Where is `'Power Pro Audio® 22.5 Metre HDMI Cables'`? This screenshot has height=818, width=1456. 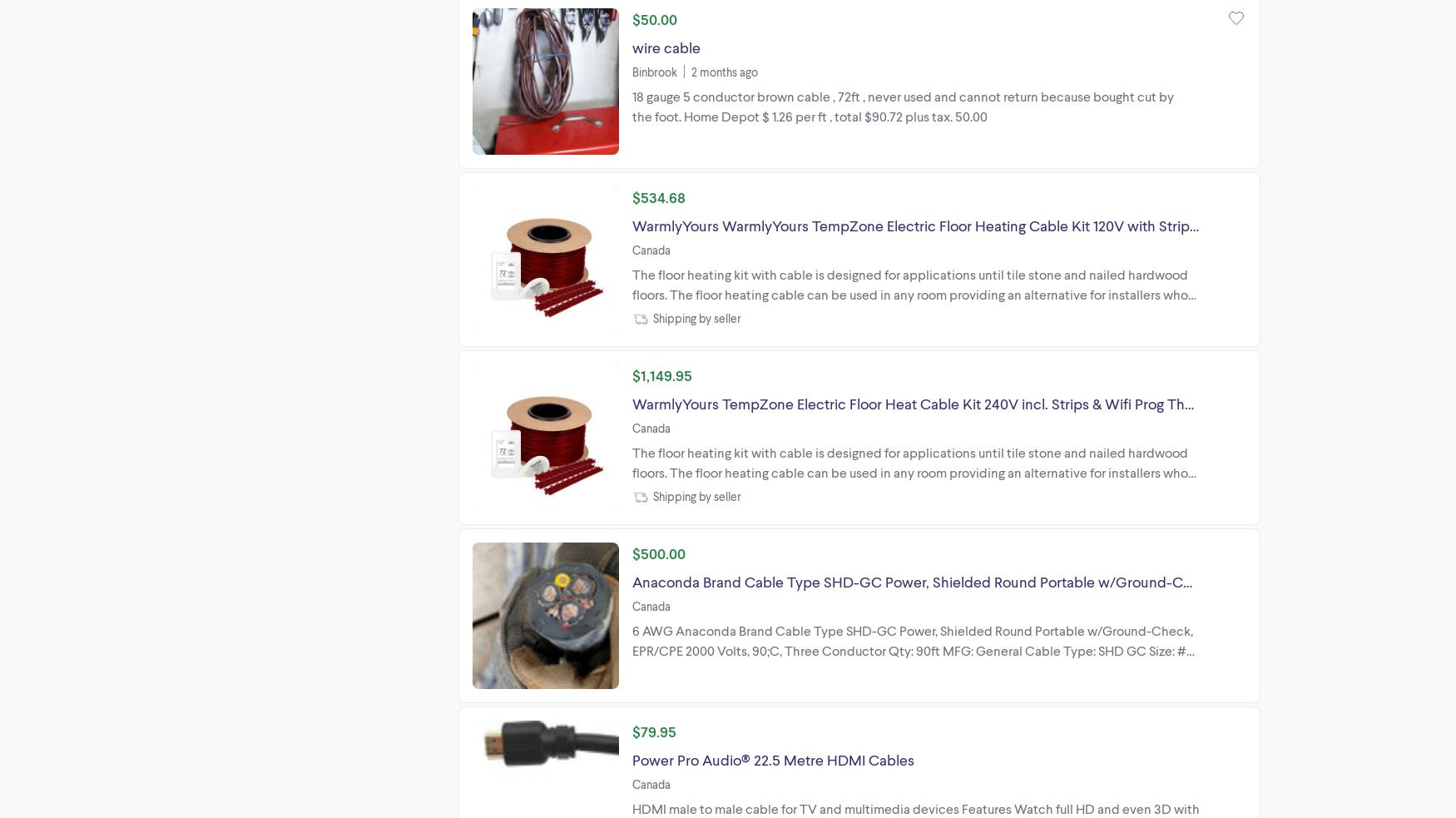
'Power Pro Audio® 22.5 Metre HDMI Cables' is located at coordinates (772, 759).